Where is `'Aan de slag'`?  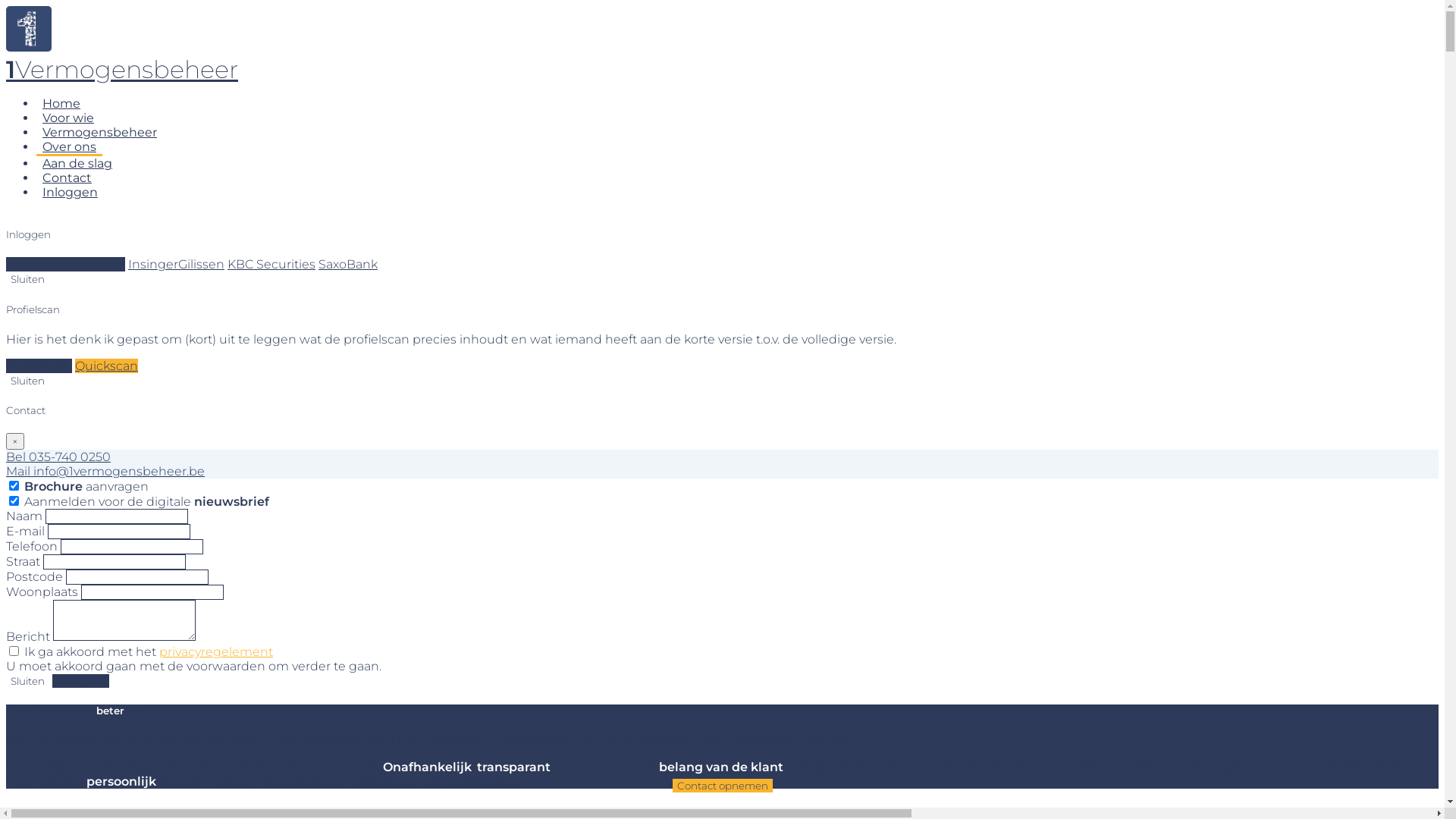 'Aan de slag' is located at coordinates (36, 163).